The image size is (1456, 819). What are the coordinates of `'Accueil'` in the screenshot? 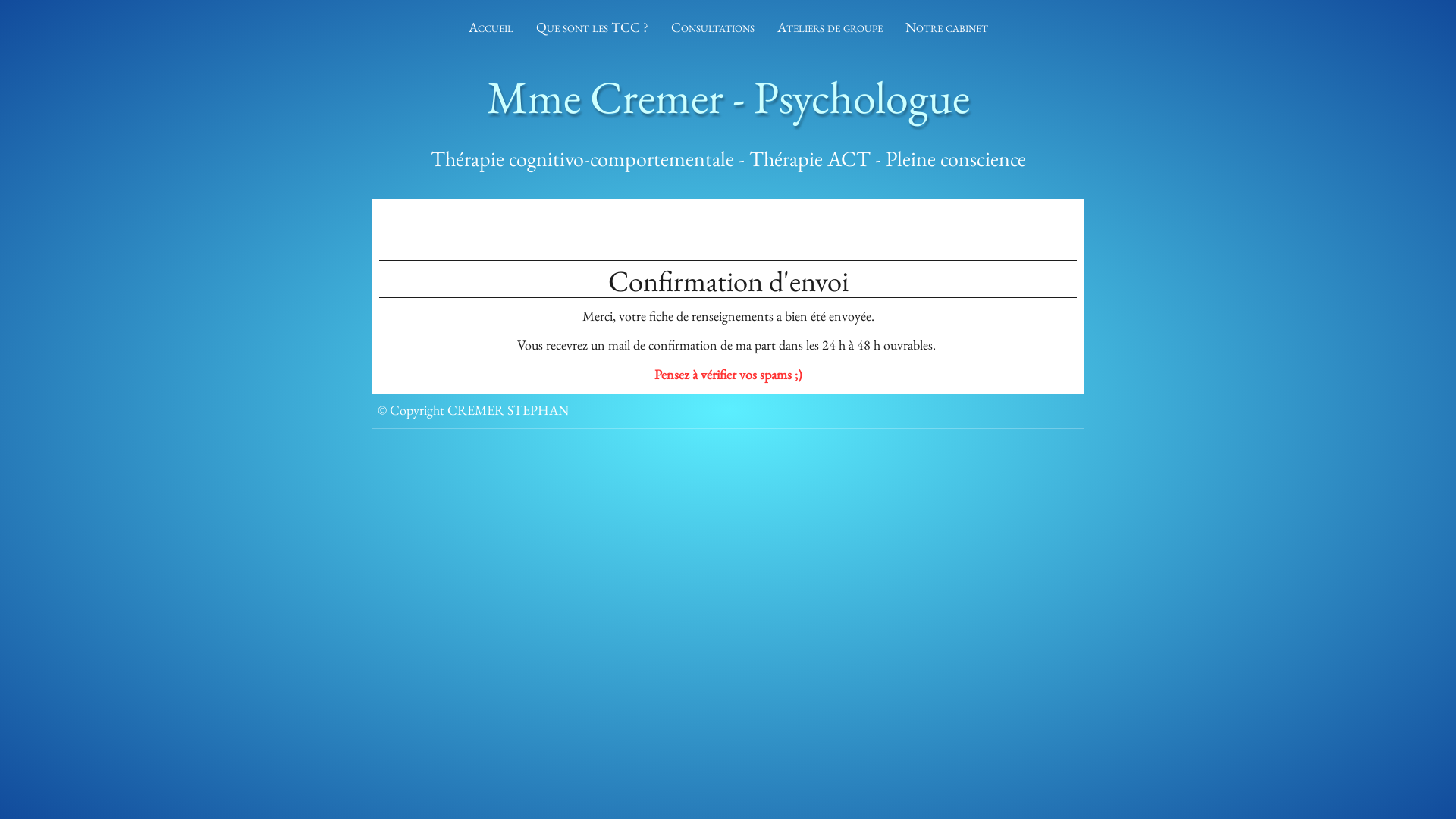 It's located at (490, 27).